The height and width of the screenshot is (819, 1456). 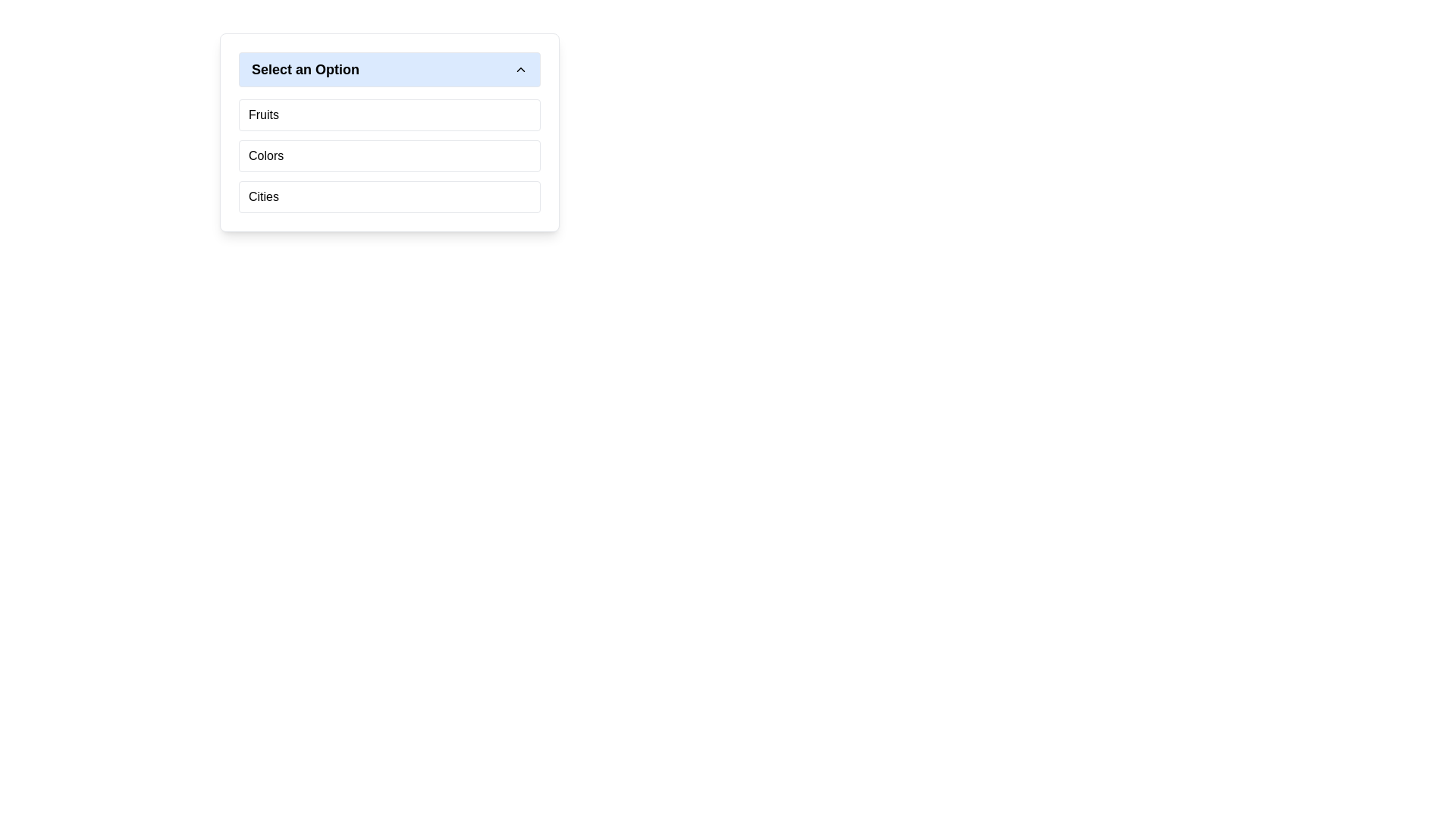 I want to click on the bold text label 'Select an Option' located at the top of the dropdown menu, which is styled in a larger font and has a light blue background, so click(x=305, y=70).